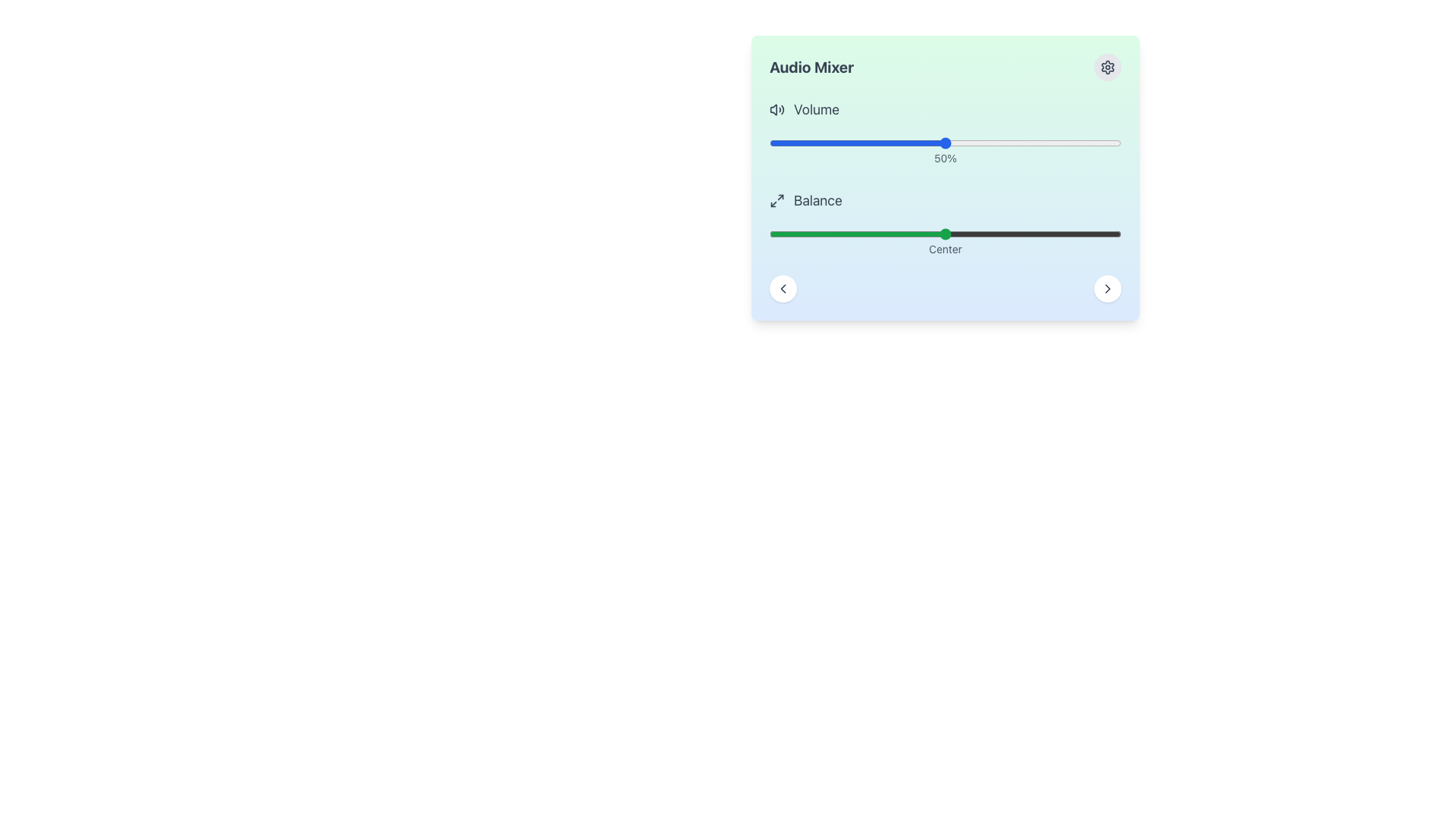  I want to click on the left-pointing chevron button, which is a triangular graphic element enclosed within a square, so click(783, 289).